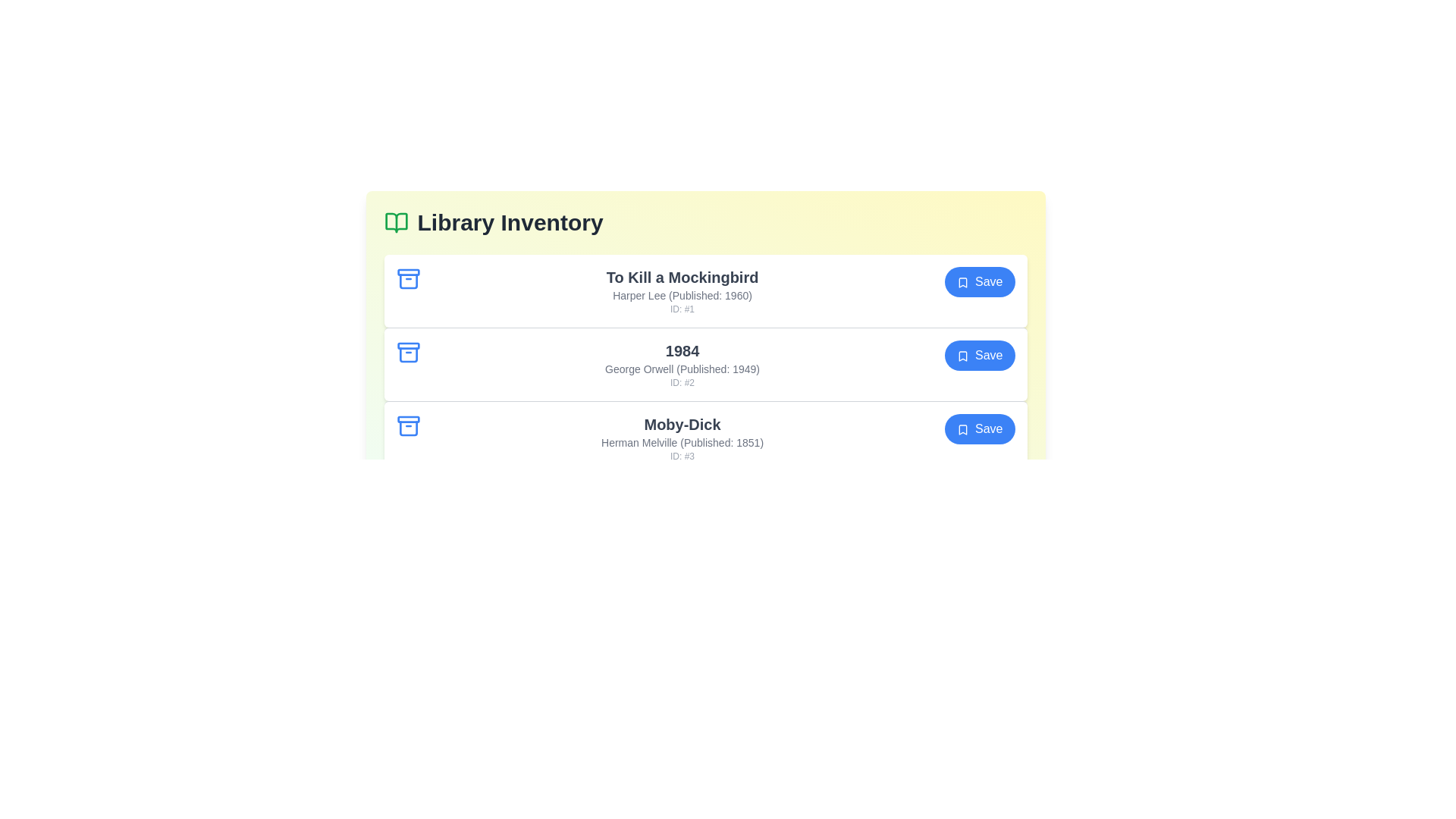  Describe the element at coordinates (682, 278) in the screenshot. I see `the book title to select it. Specify the title of the book as To Kill a Mockingbird` at that location.